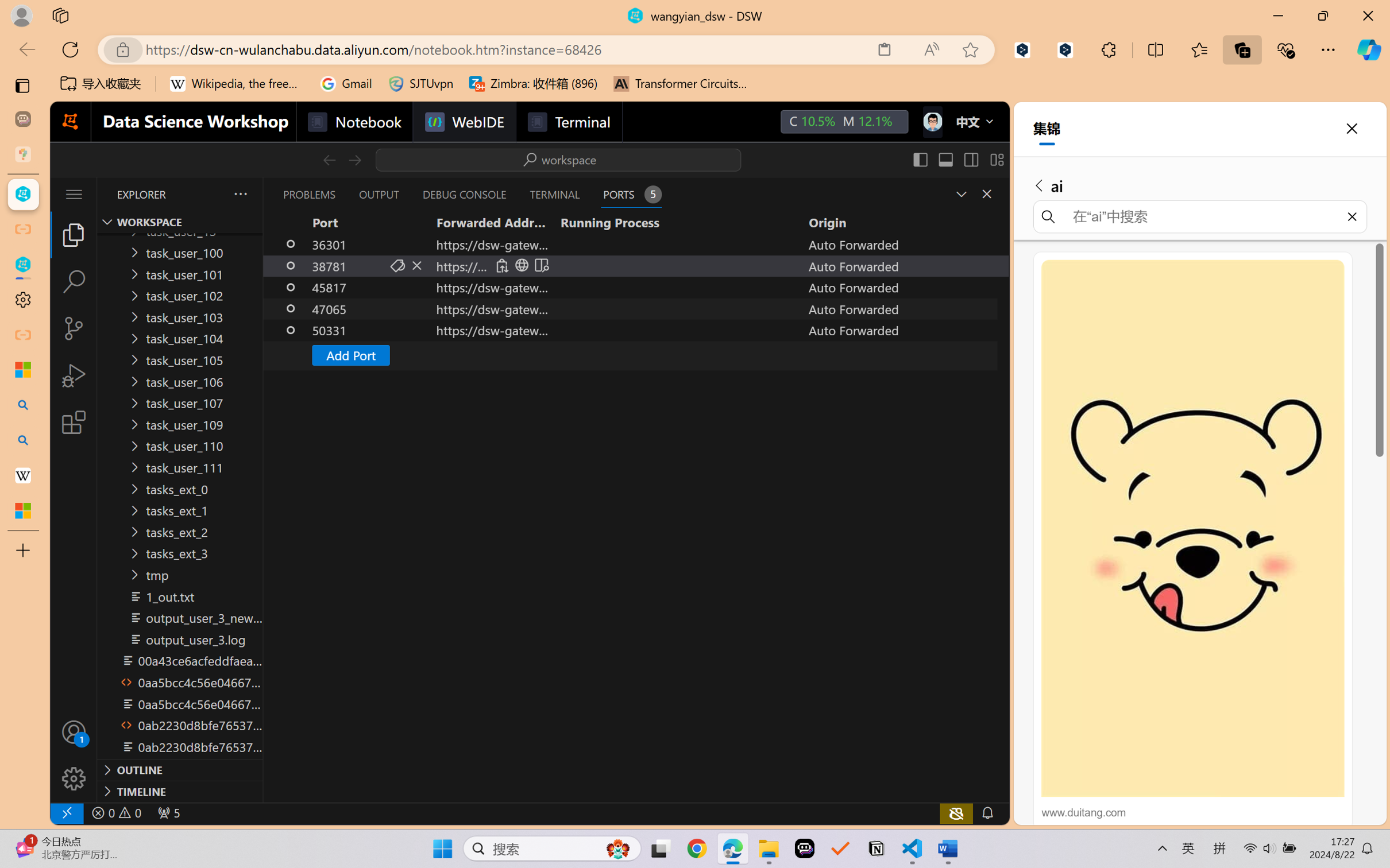 The image size is (1390, 868). What do you see at coordinates (397, 265) in the screenshot?
I see `'Set Port Label (F2)'` at bounding box center [397, 265].